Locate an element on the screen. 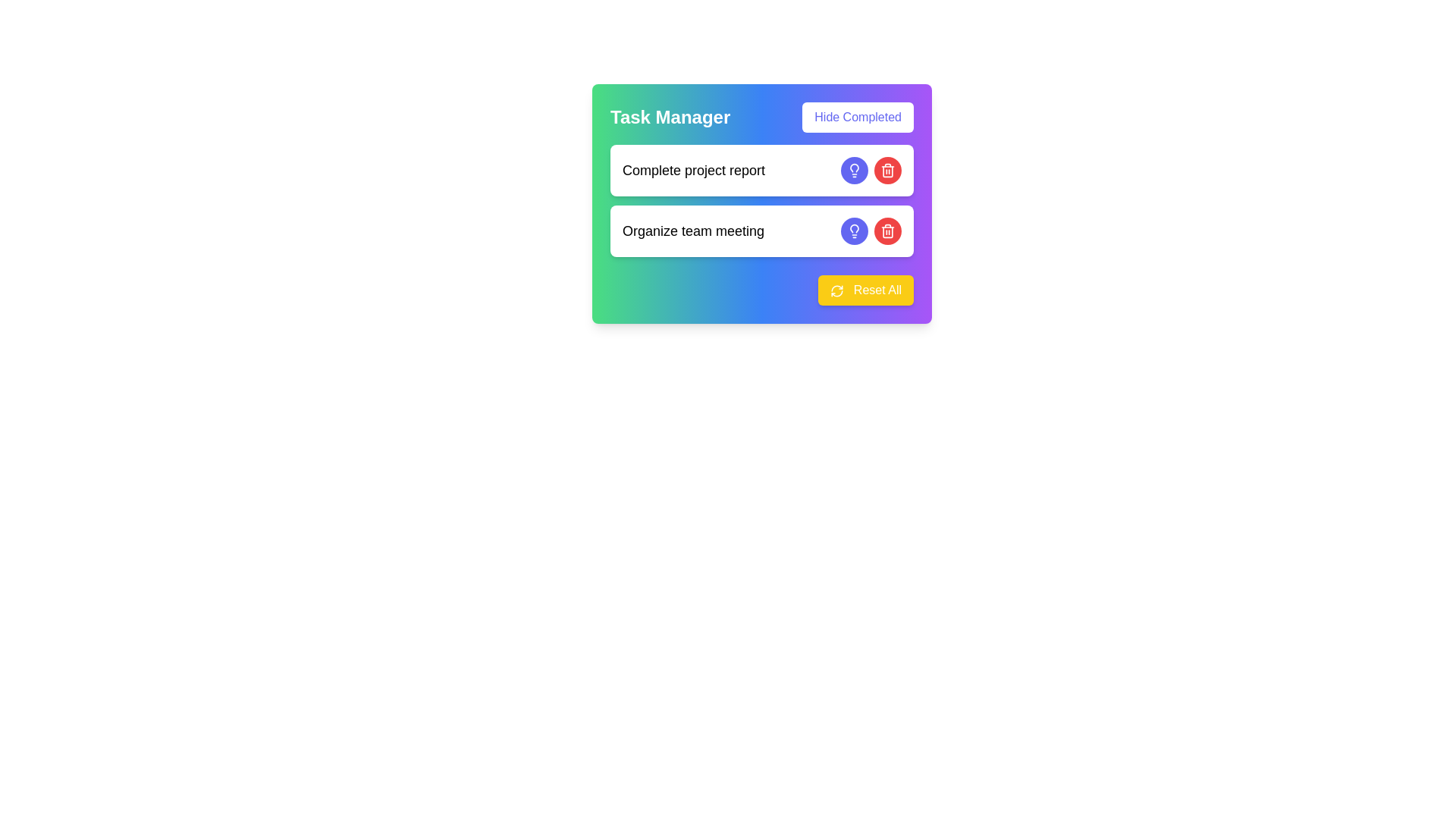 The image size is (1456, 819). the composite UI element containing the blue and red buttons associated with the 'Complete project report' task is located at coordinates (871, 170).